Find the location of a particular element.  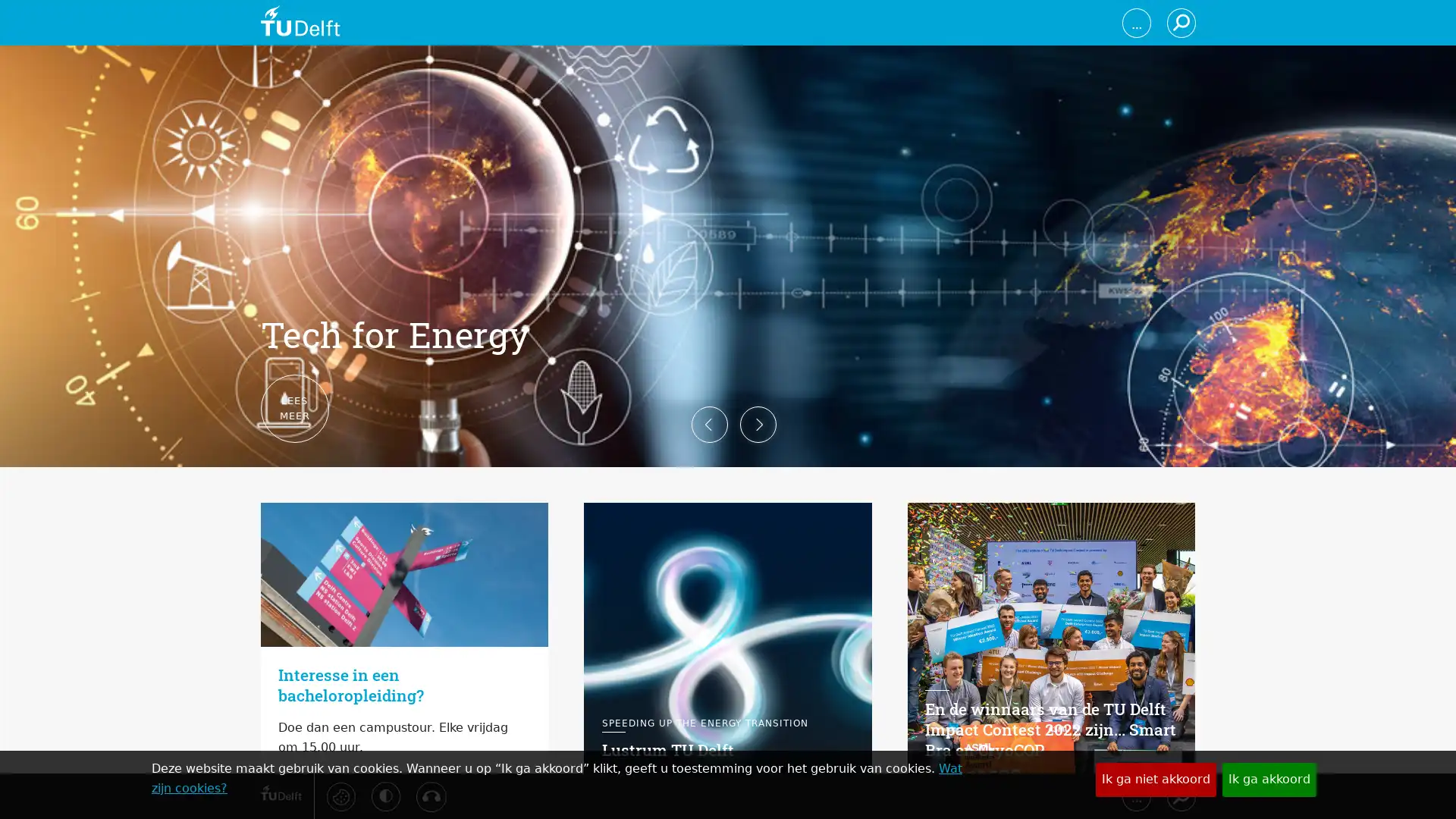

Luister met de ReachDeck-werkbalk is located at coordinates (429, 795).